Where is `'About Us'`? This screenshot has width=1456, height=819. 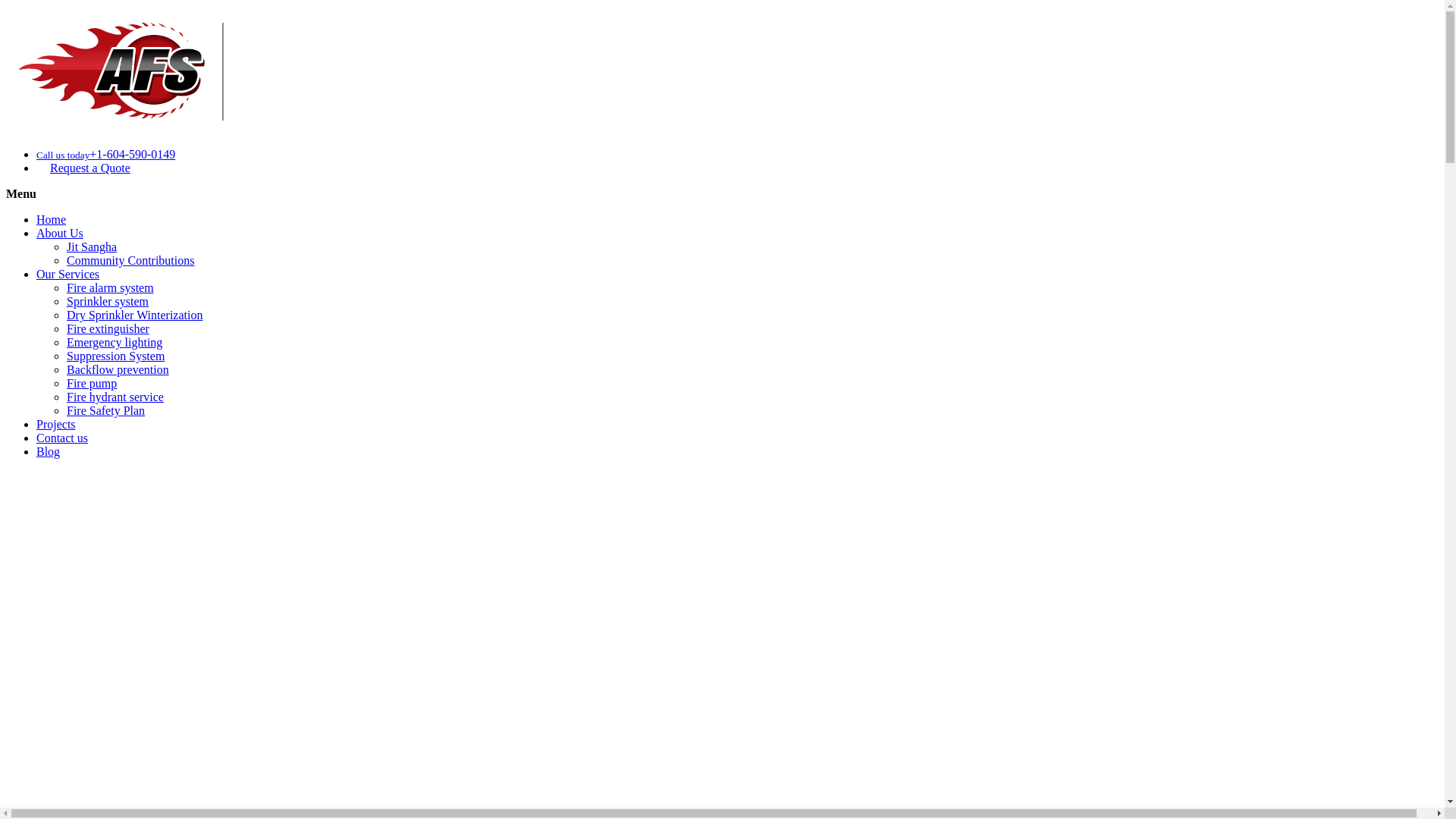
'About Us' is located at coordinates (36, 233).